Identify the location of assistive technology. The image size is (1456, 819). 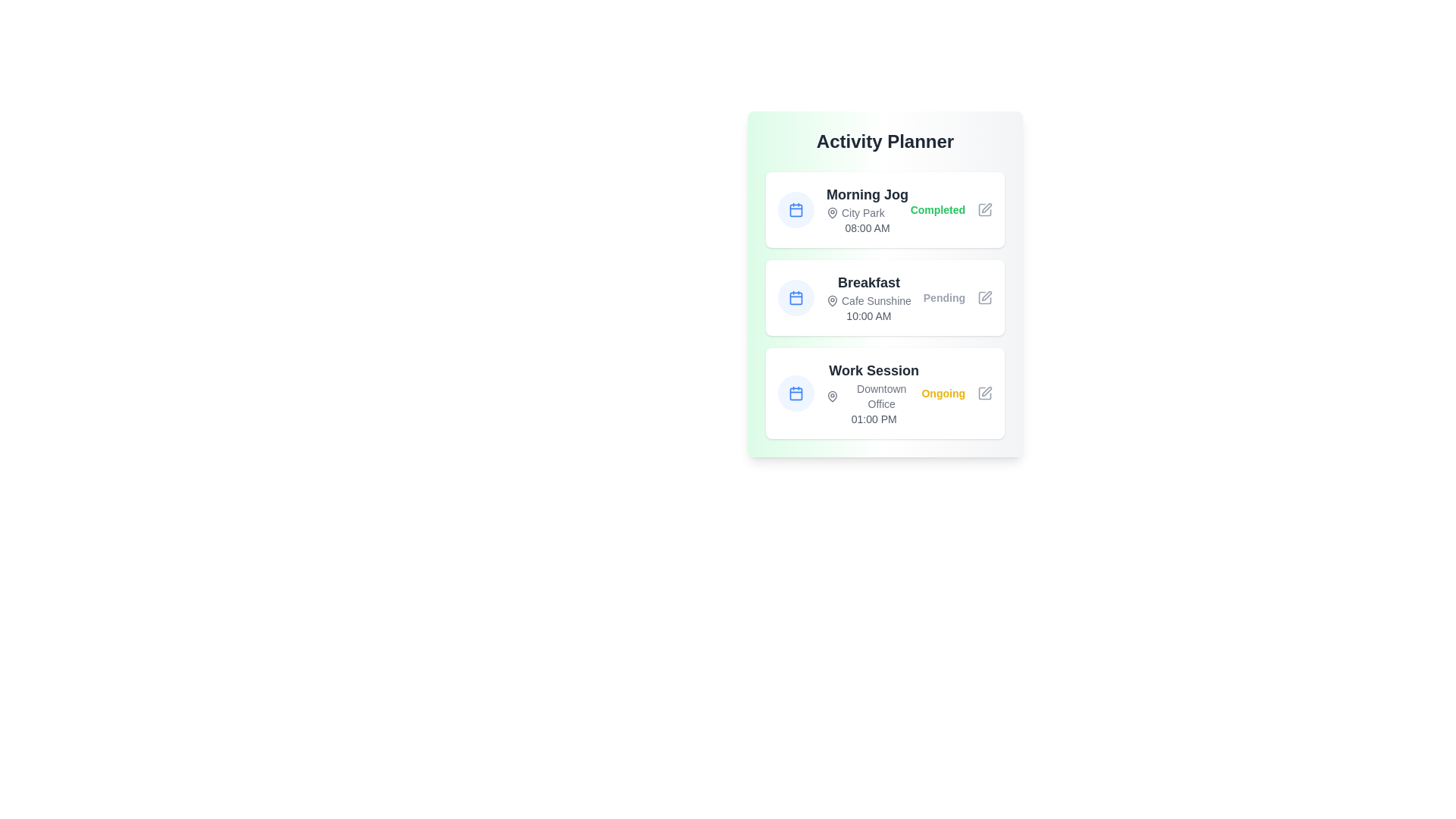
(867, 210).